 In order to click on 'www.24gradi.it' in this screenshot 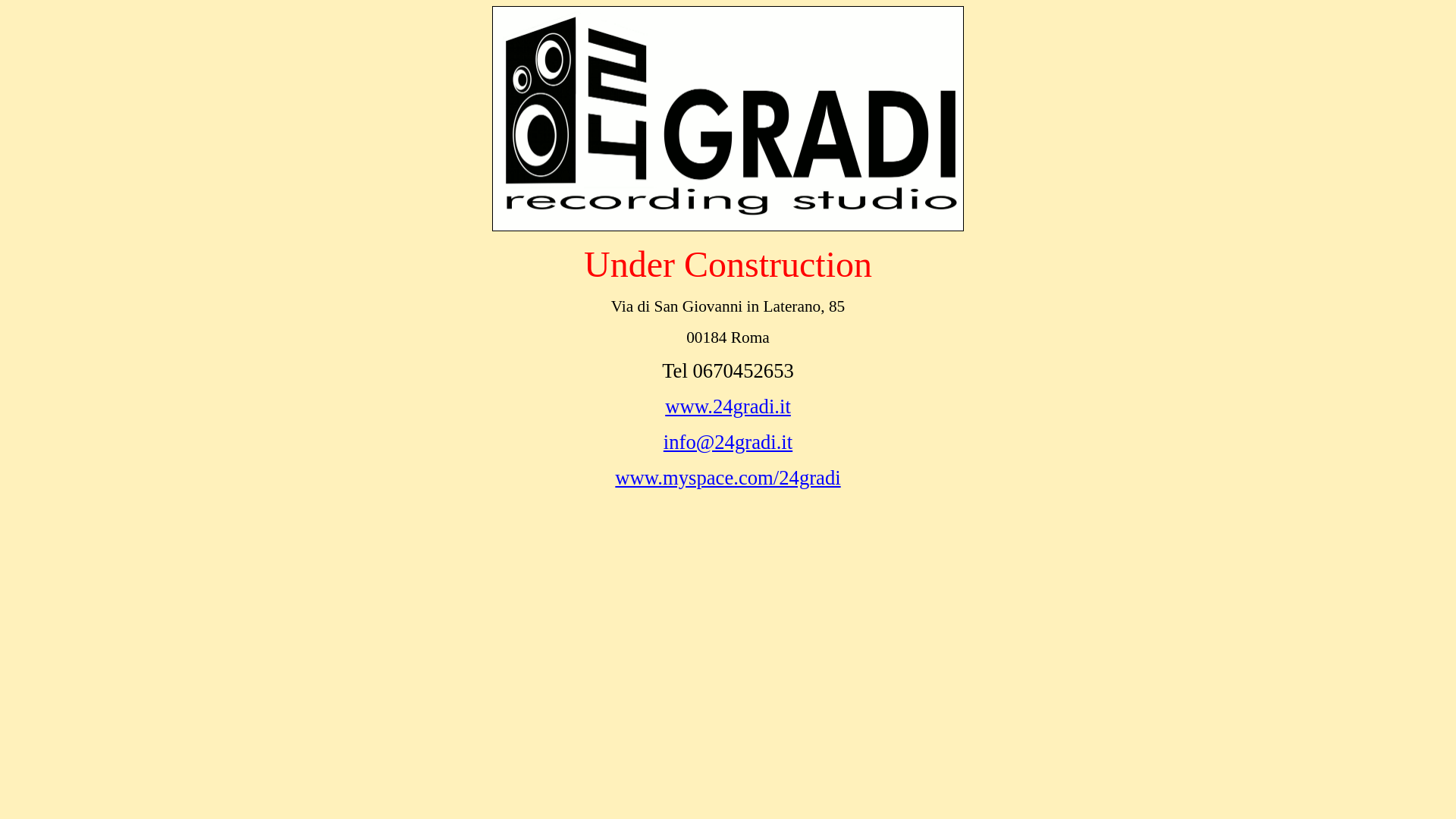, I will do `click(665, 406)`.